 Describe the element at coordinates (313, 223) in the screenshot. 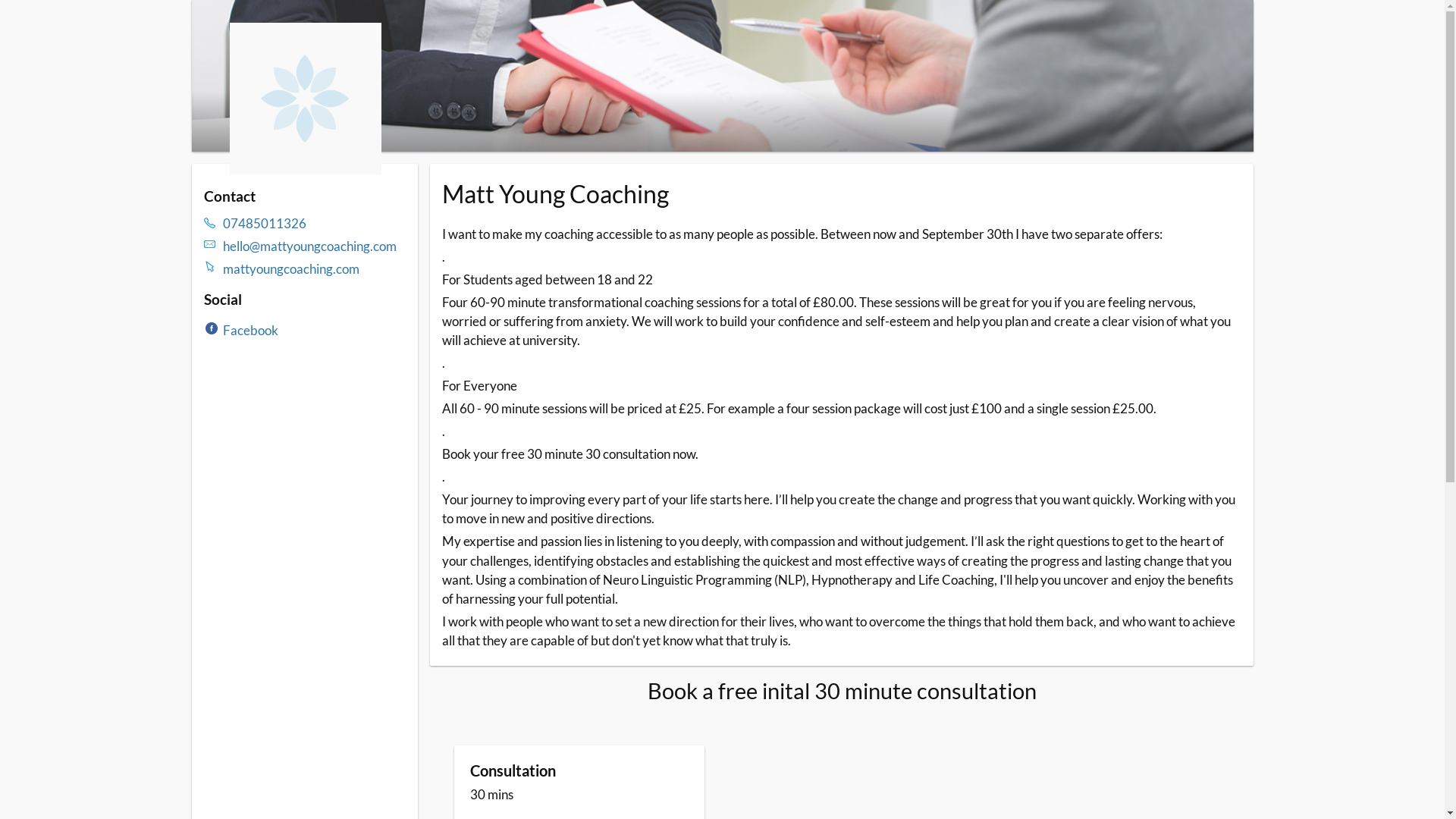

I see `'07485011326'` at that location.